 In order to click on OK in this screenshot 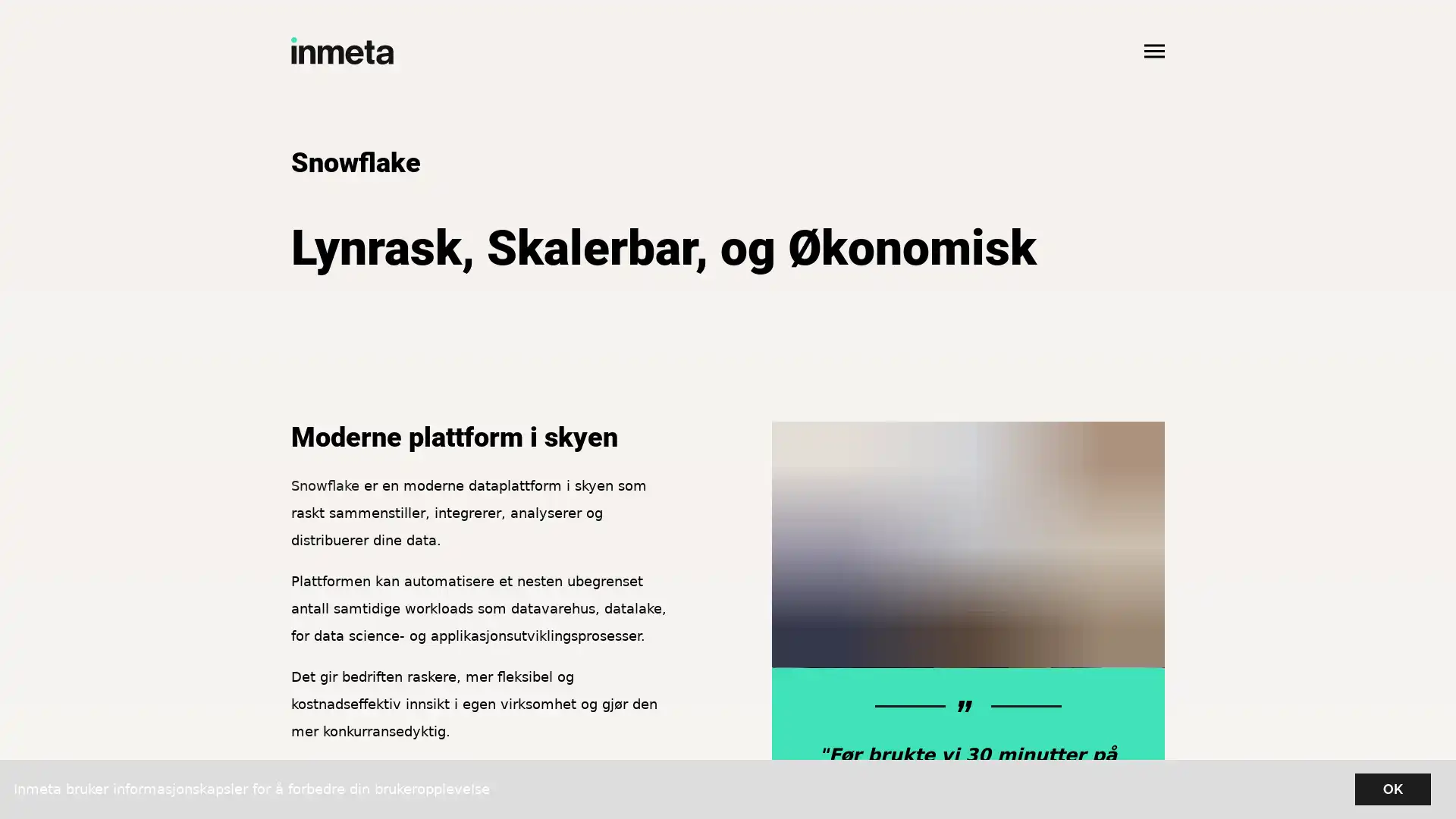, I will do `click(1393, 788)`.